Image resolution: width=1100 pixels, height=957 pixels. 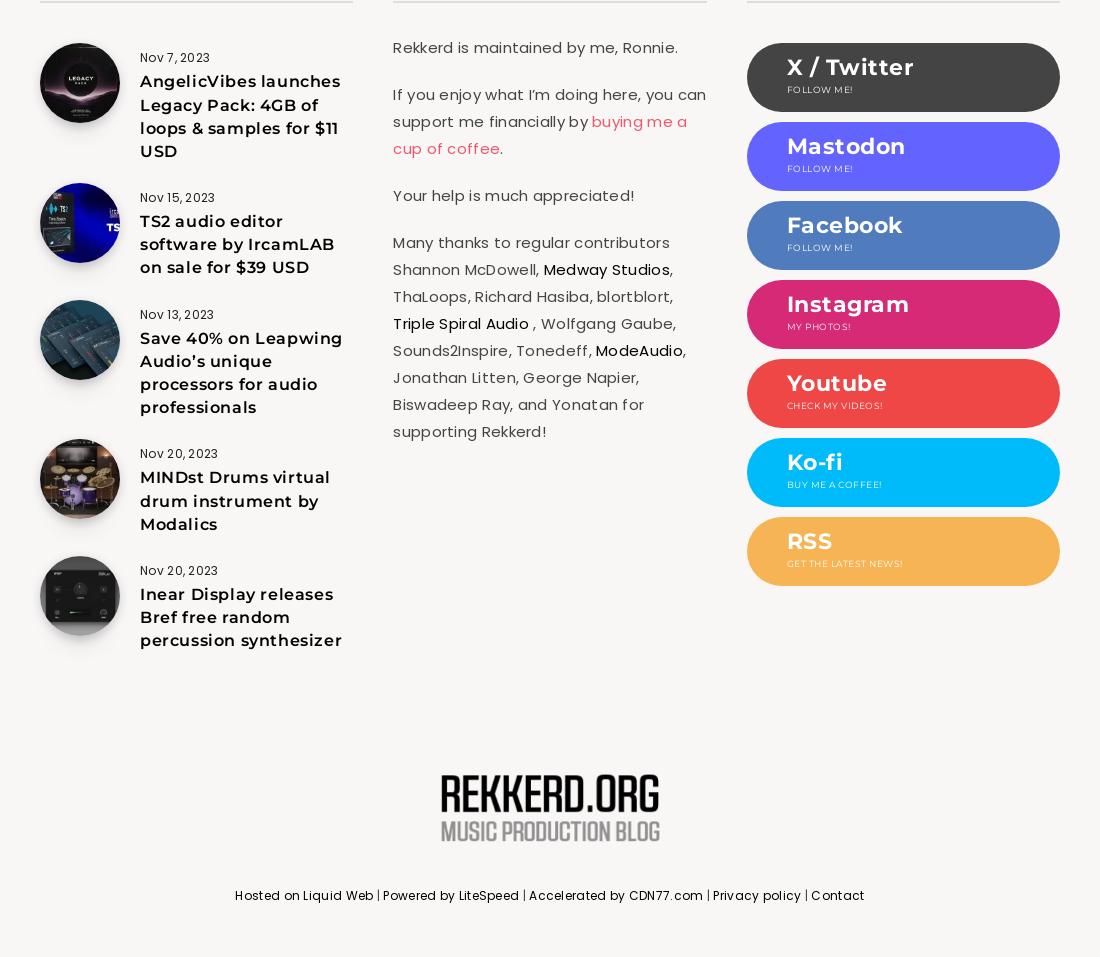 What do you see at coordinates (785, 563) in the screenshot?
I see `'Get the latest news!'` at bounding box center [785, 563].